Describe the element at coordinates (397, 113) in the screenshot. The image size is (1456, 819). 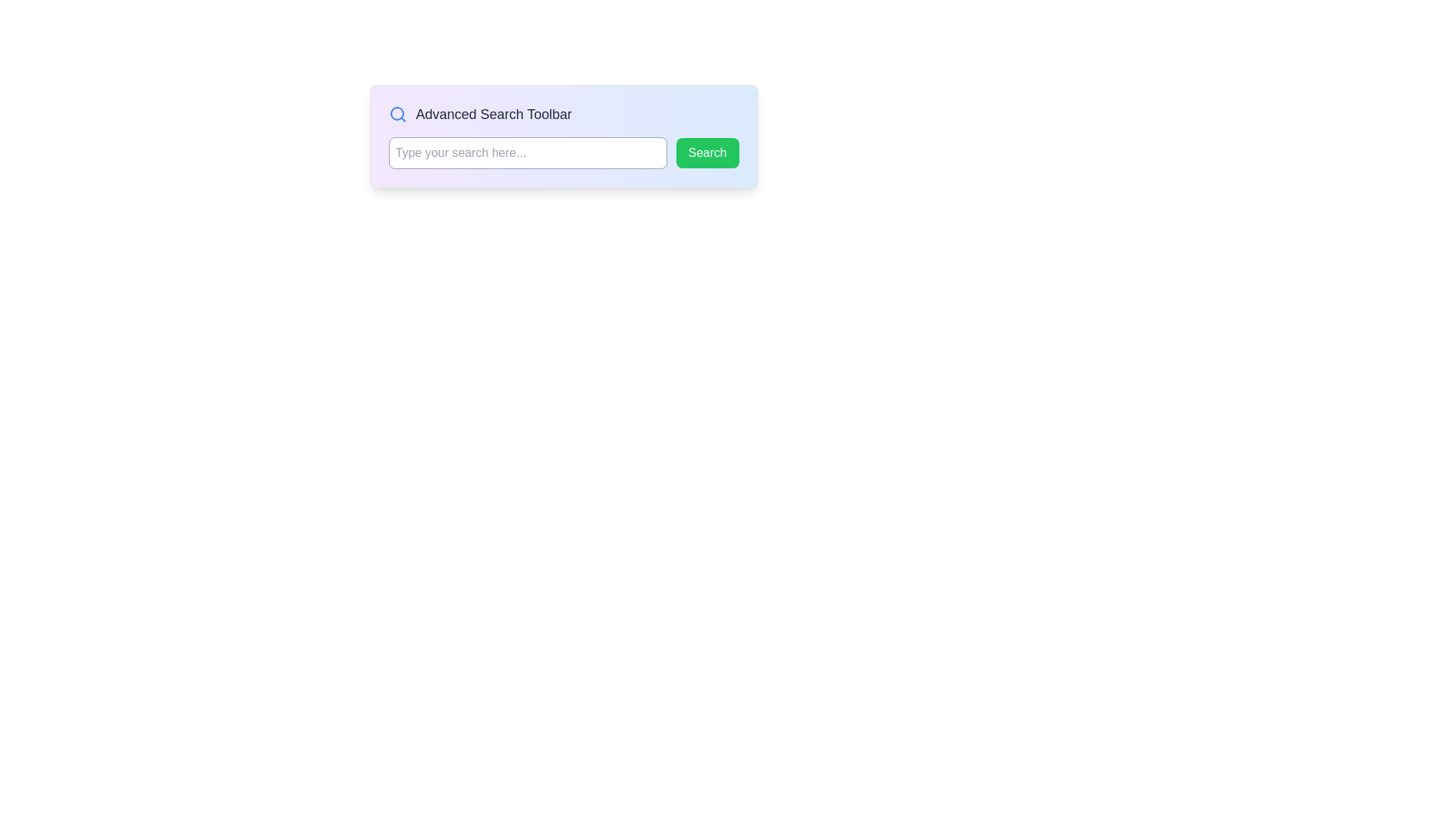
I see `the circular outline of the search icon, which is a decorative SVG element with no fill color, positioned at the center of the search icon` at that location.